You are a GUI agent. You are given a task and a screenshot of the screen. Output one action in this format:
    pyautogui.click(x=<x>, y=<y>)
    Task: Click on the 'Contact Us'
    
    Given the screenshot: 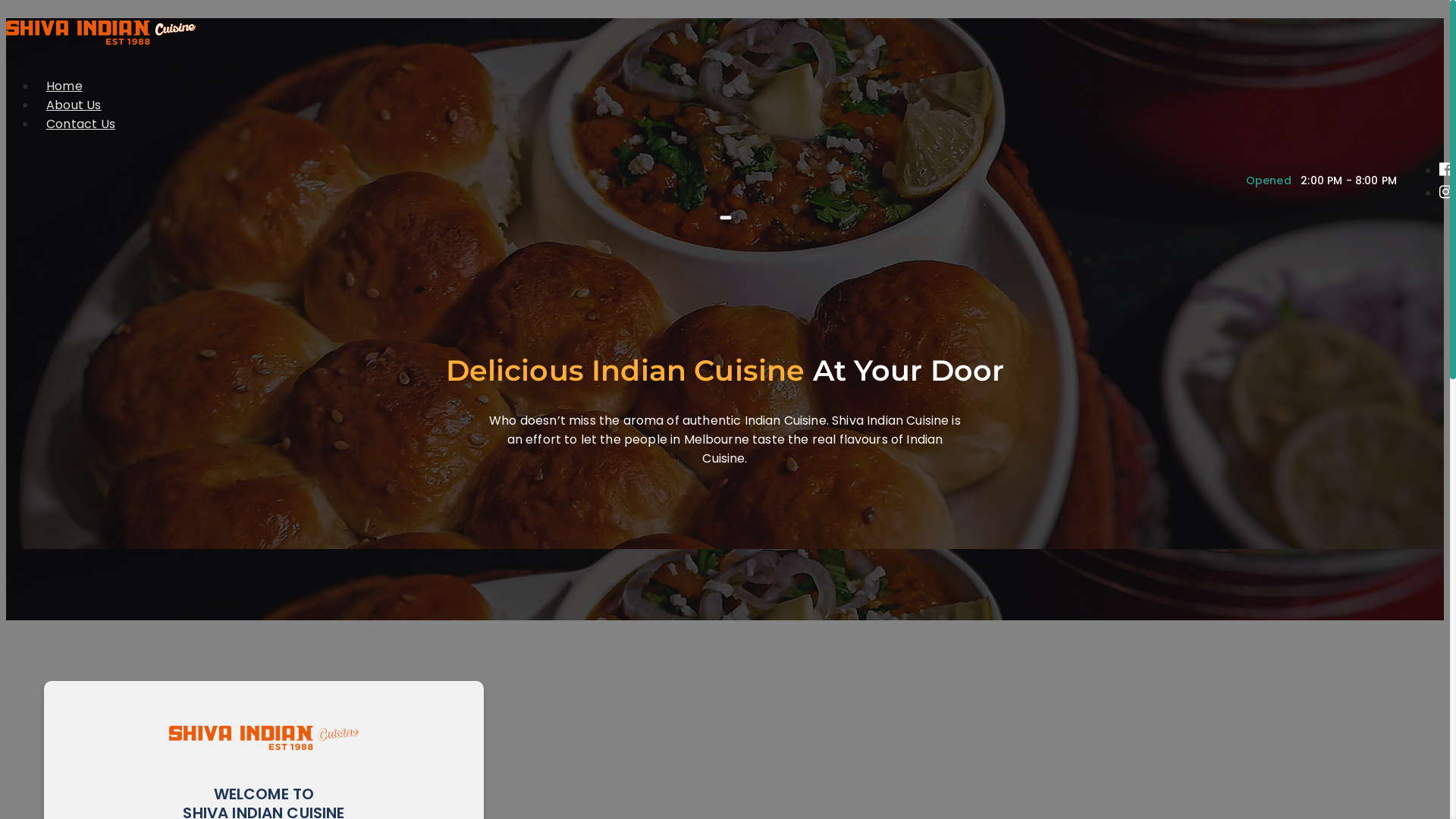 What is the action you would take?
    pyautogui.click(x=80, y=123)
    